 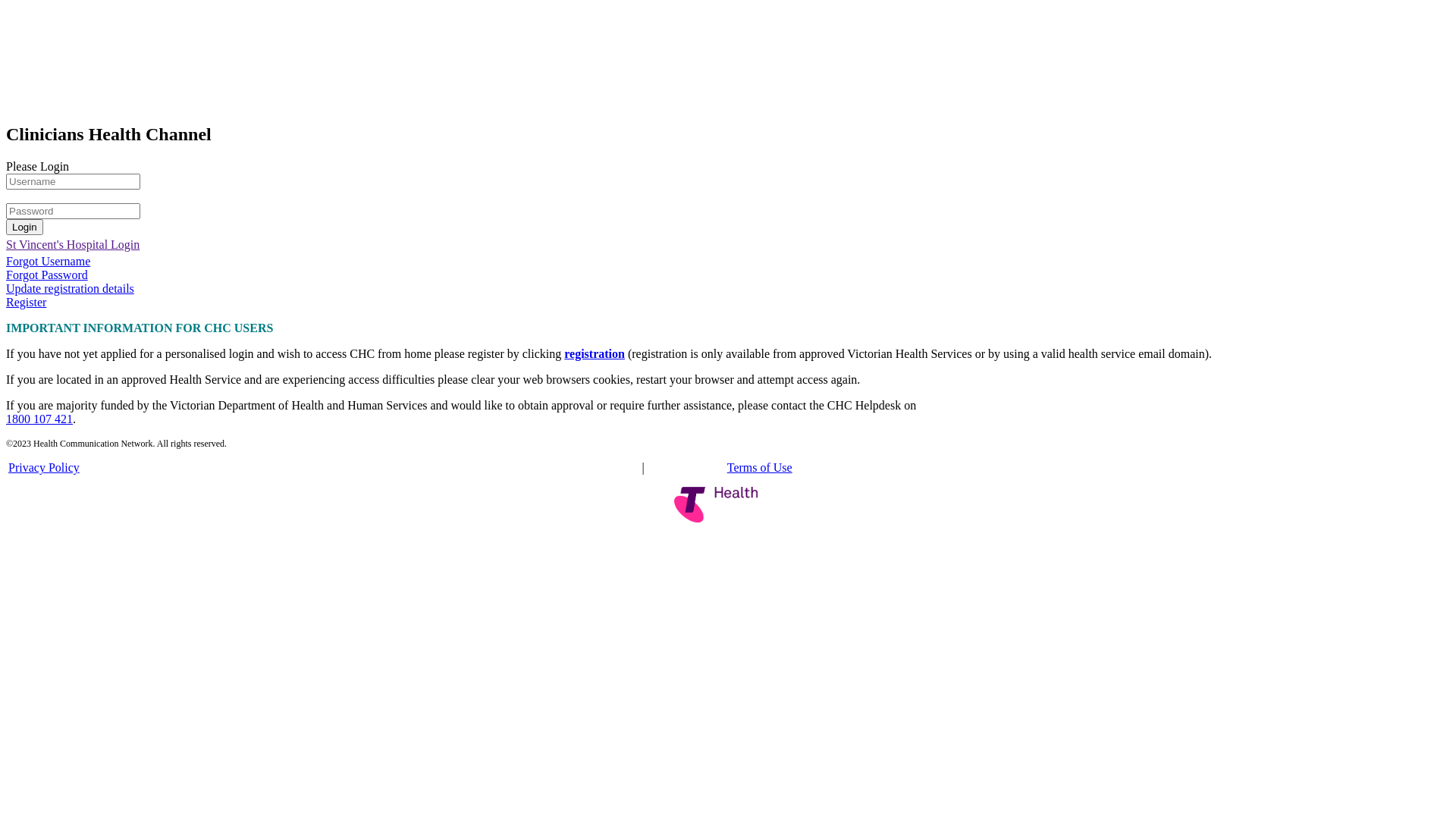 I want to click on 'Privacy Policy', so click(x=43, y=466).